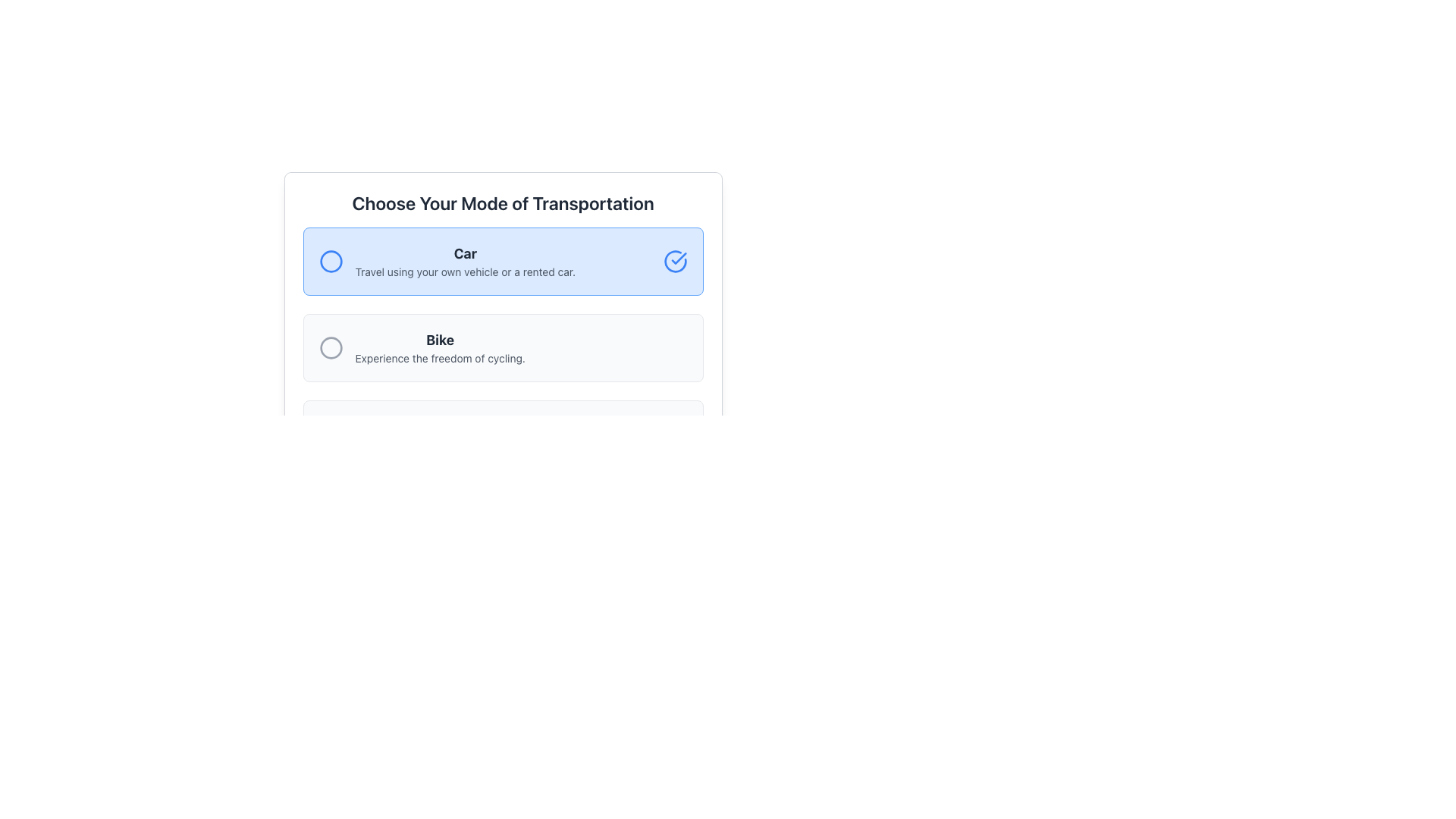  What do you see at coordinates (464, 271) in the screenshot?
I see `the text block containing 'Travel using your own vehicle or a rented car.', which is styled with a small font size and gray coloring, located below the bold title 'Car' in the blue selection box` at bounding box center [464, 271].